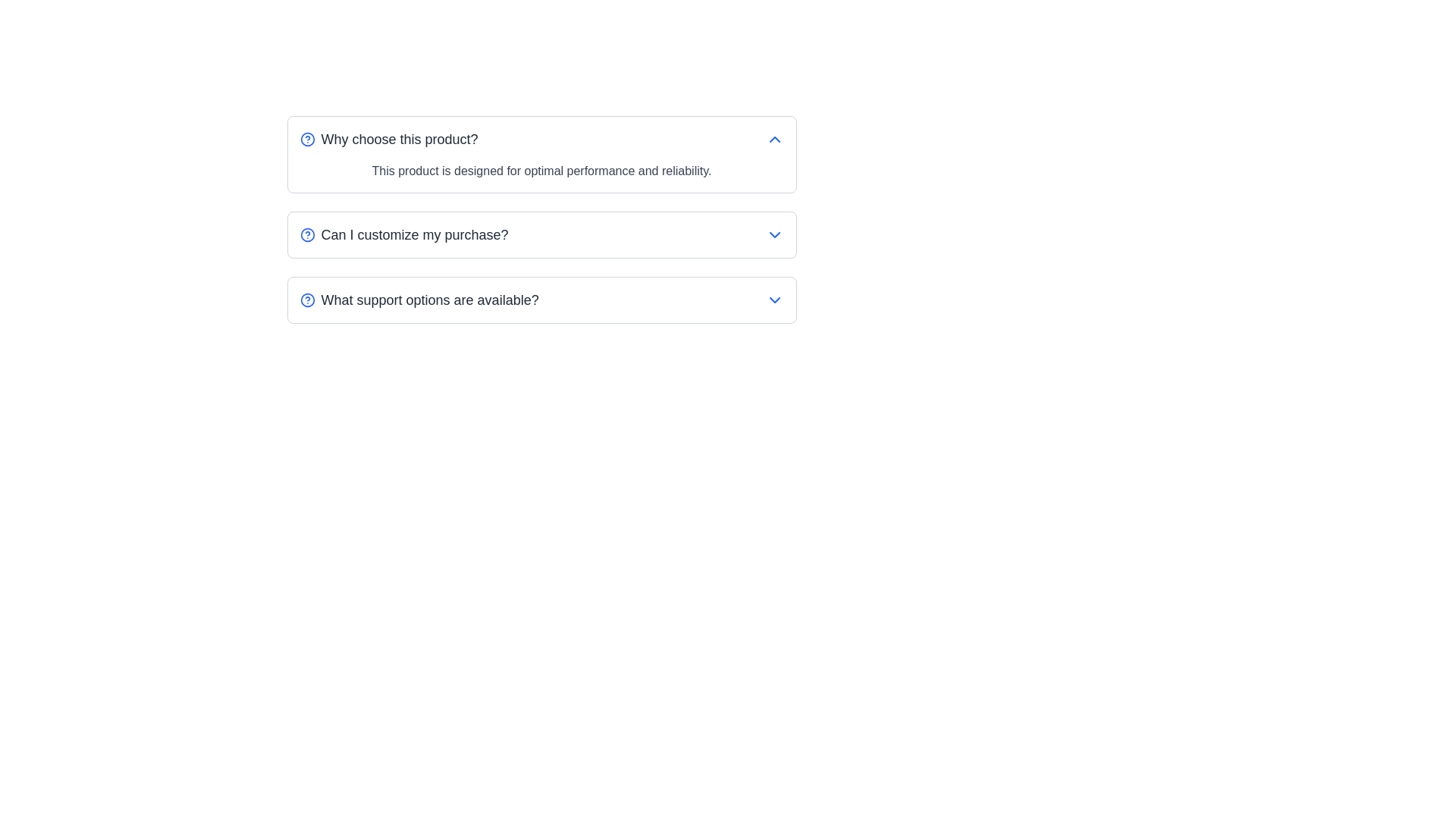  I want to click on the informational icon located at the upper-left corner of the 'Why choose this product?' section, so click(306, 140).